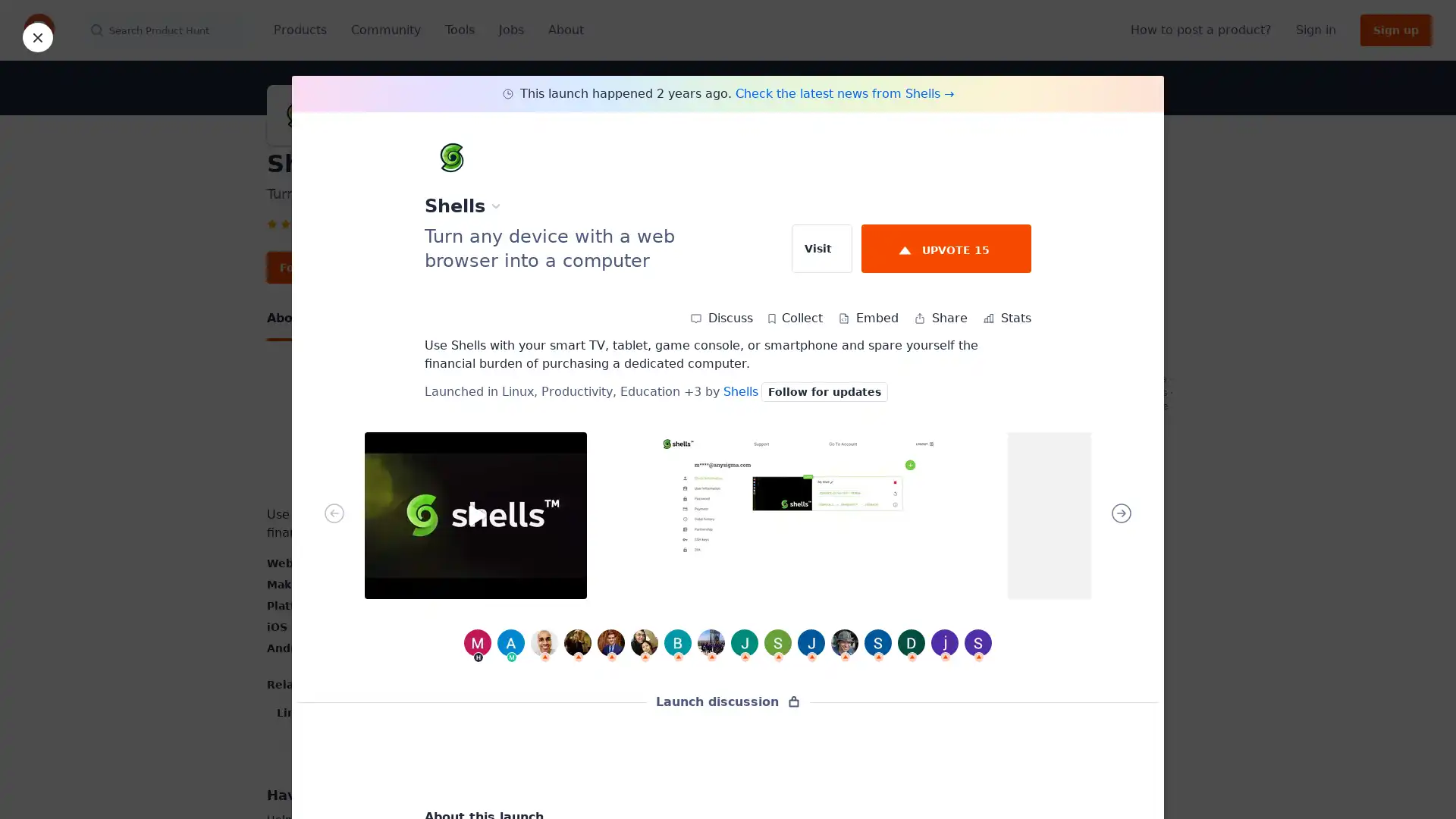 The image size is (1456, 819). What do you see at coordinates (1417, 780) in the screenshot?
I see `Open Intercom Messenger` at bounding box center [1417, 780].